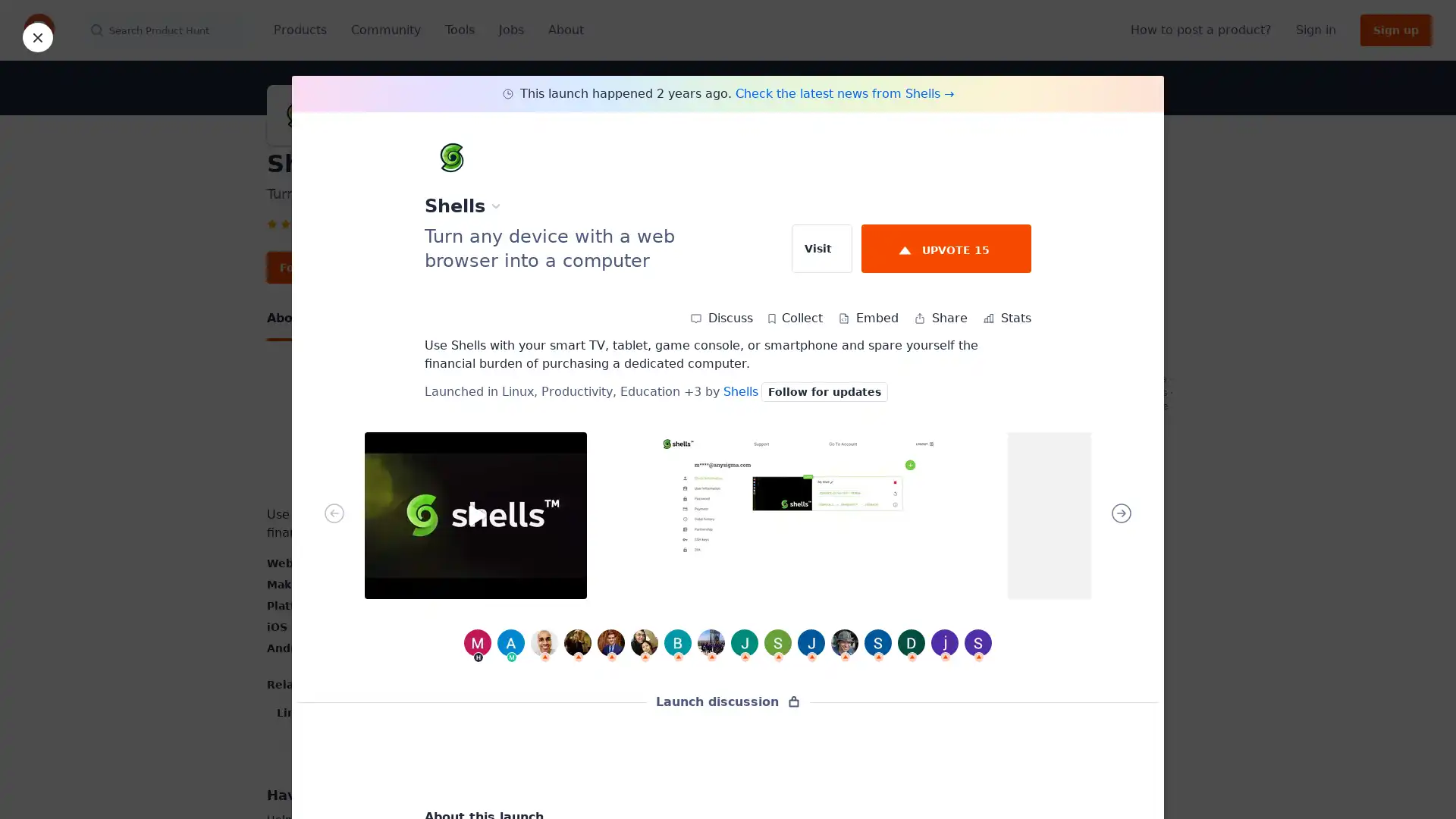 The image size is (1456, 819). What do you see at coordinates (1417, 780) in the screenshot?
I see `Open Intercom Messenger` at bounding box center [1417, 780].